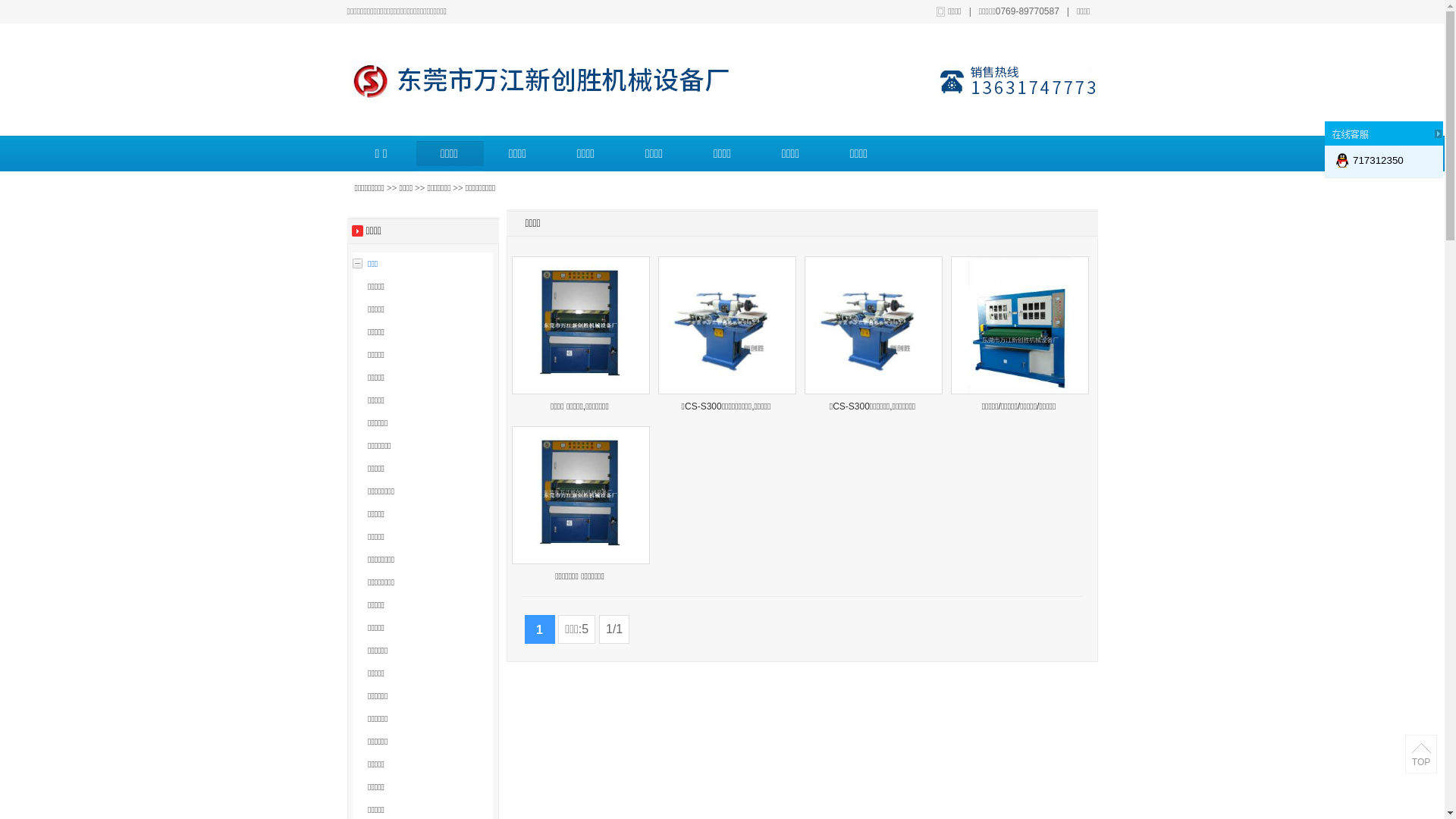  I want to click on 'TOP', so click(1420, 762).